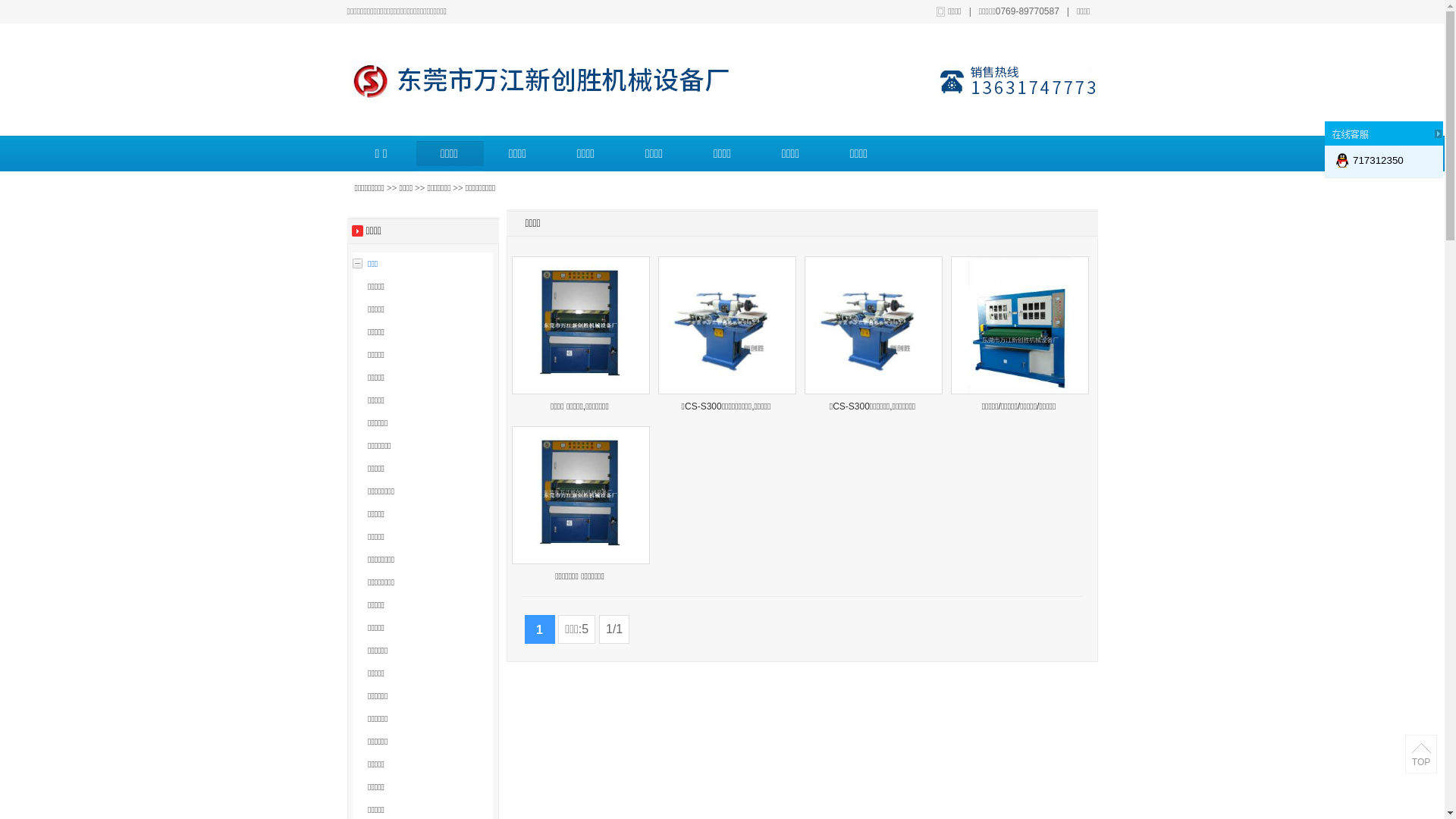  I want to click on 'TOP', so click(1420, 762).